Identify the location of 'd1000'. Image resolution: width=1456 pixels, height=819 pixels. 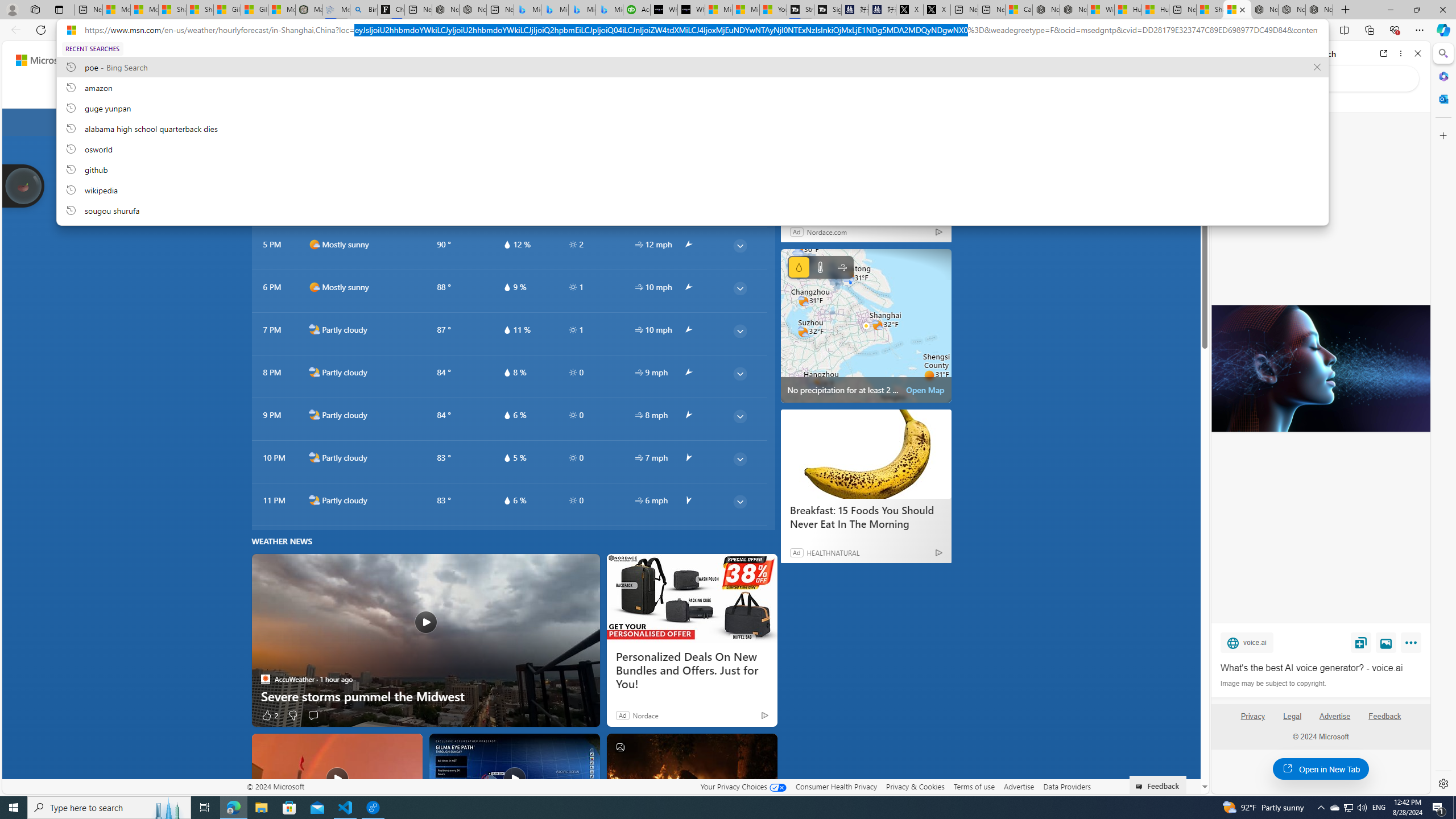
(313, 287).